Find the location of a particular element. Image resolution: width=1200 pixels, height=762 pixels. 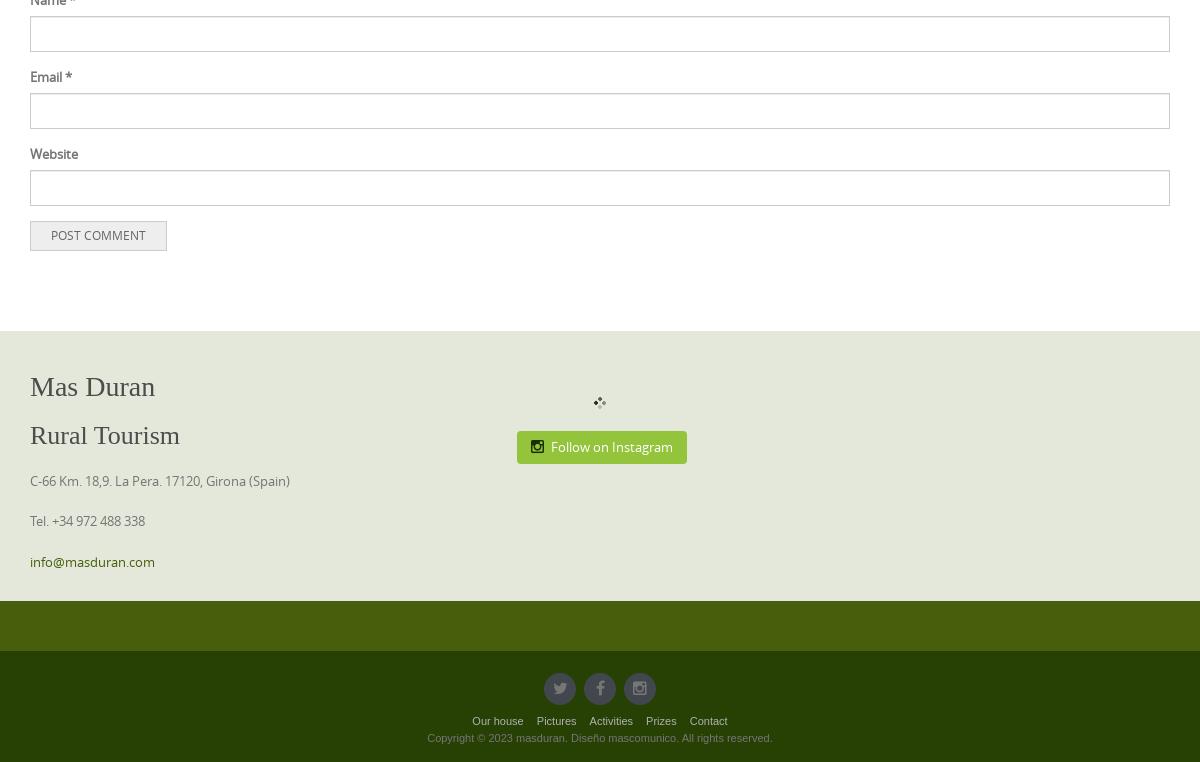

'Tel. +34 972 488 338' is located at coordinates (87, 519).